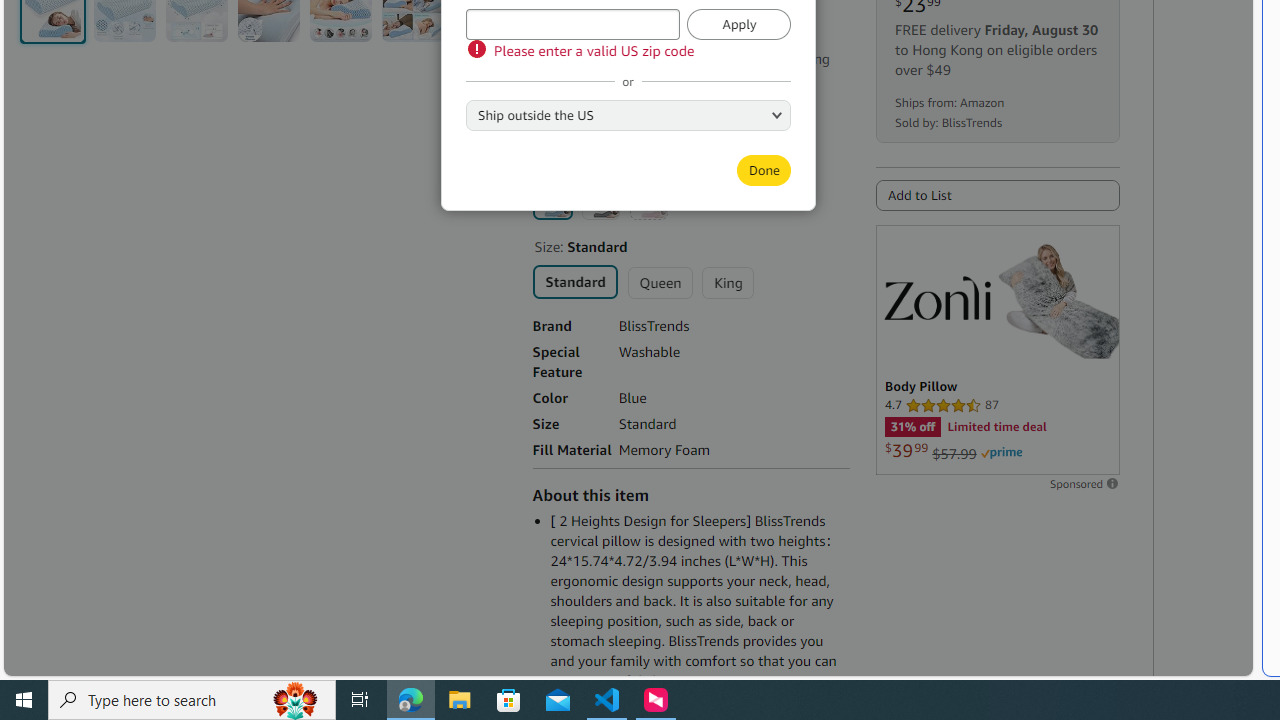  I want to click on 'AutomationID: GLUXCountryList', so click(627, 114).